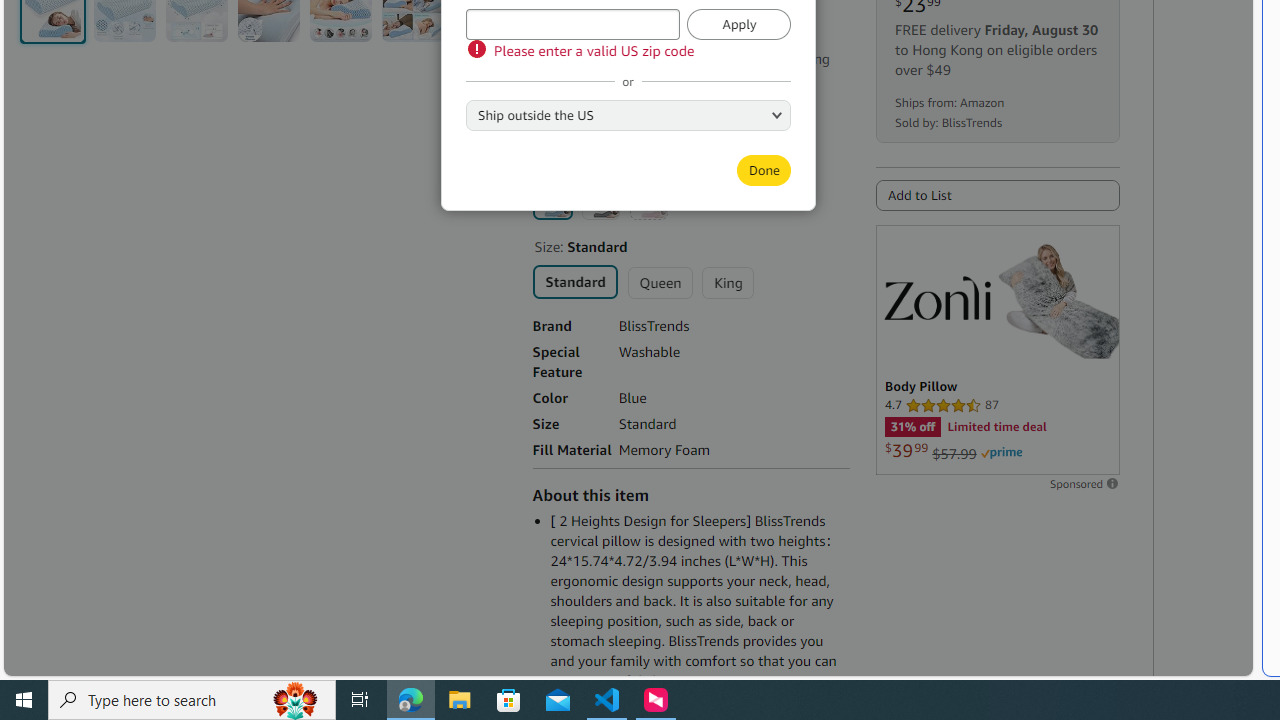  I want to click on 'AutomationID: GLUXCountryList', so click(627, 114).